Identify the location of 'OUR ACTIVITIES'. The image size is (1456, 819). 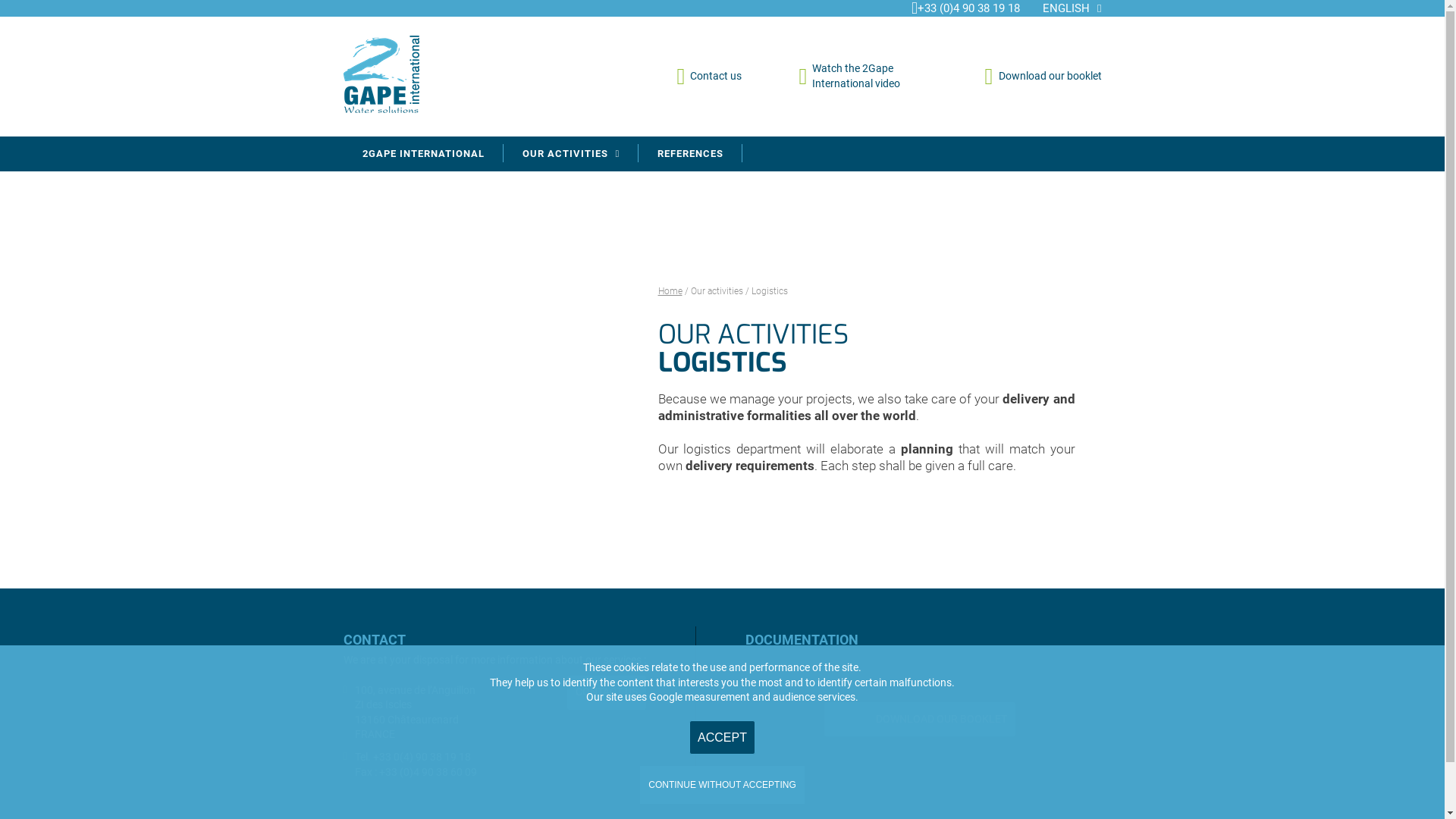
(570, 154).